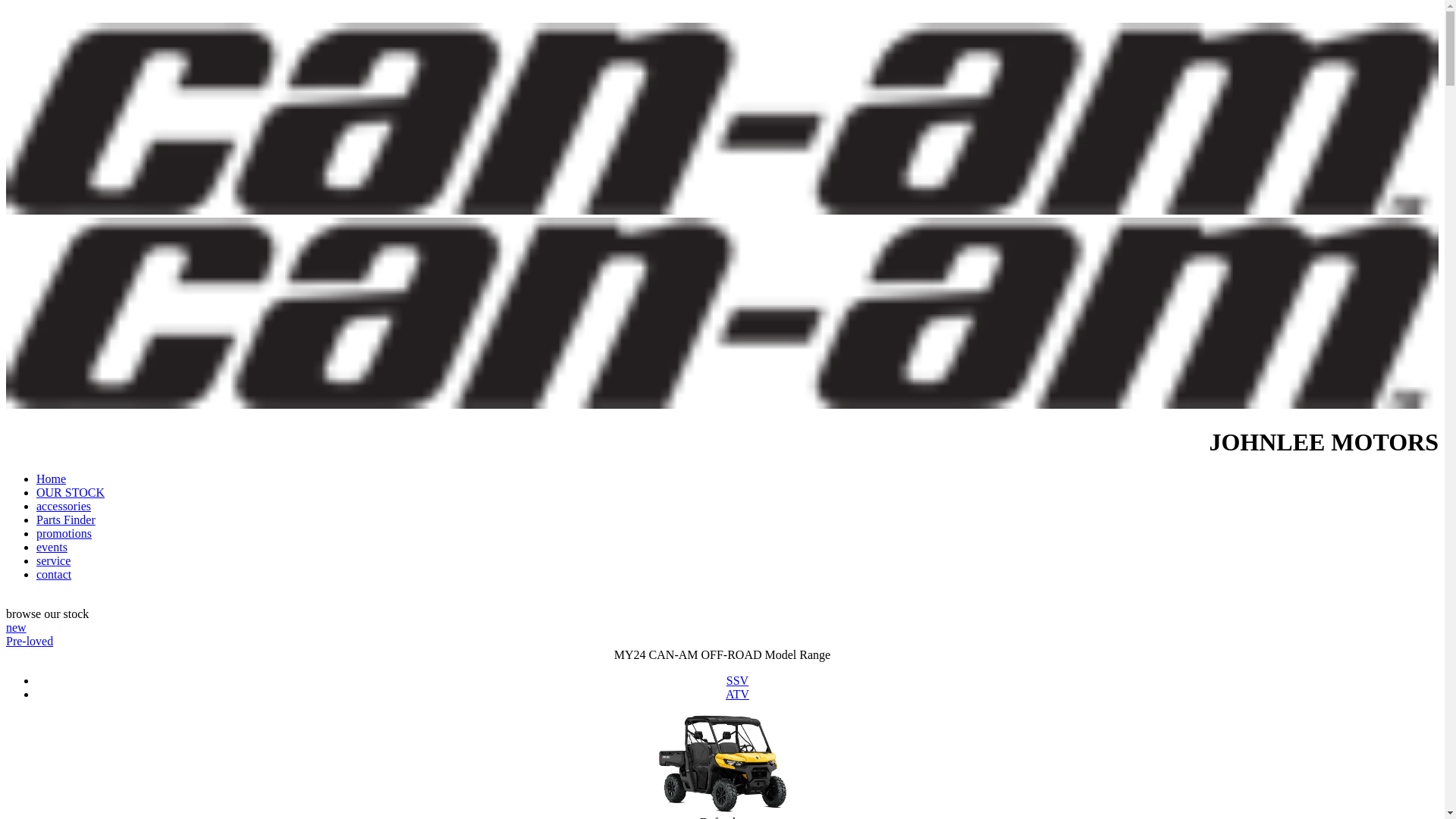 This screenshot has width=1456, height=819. What do you see at coordinates (52, 547) in the screenshot?
I see `'events'` at bounding box center [52, 547].